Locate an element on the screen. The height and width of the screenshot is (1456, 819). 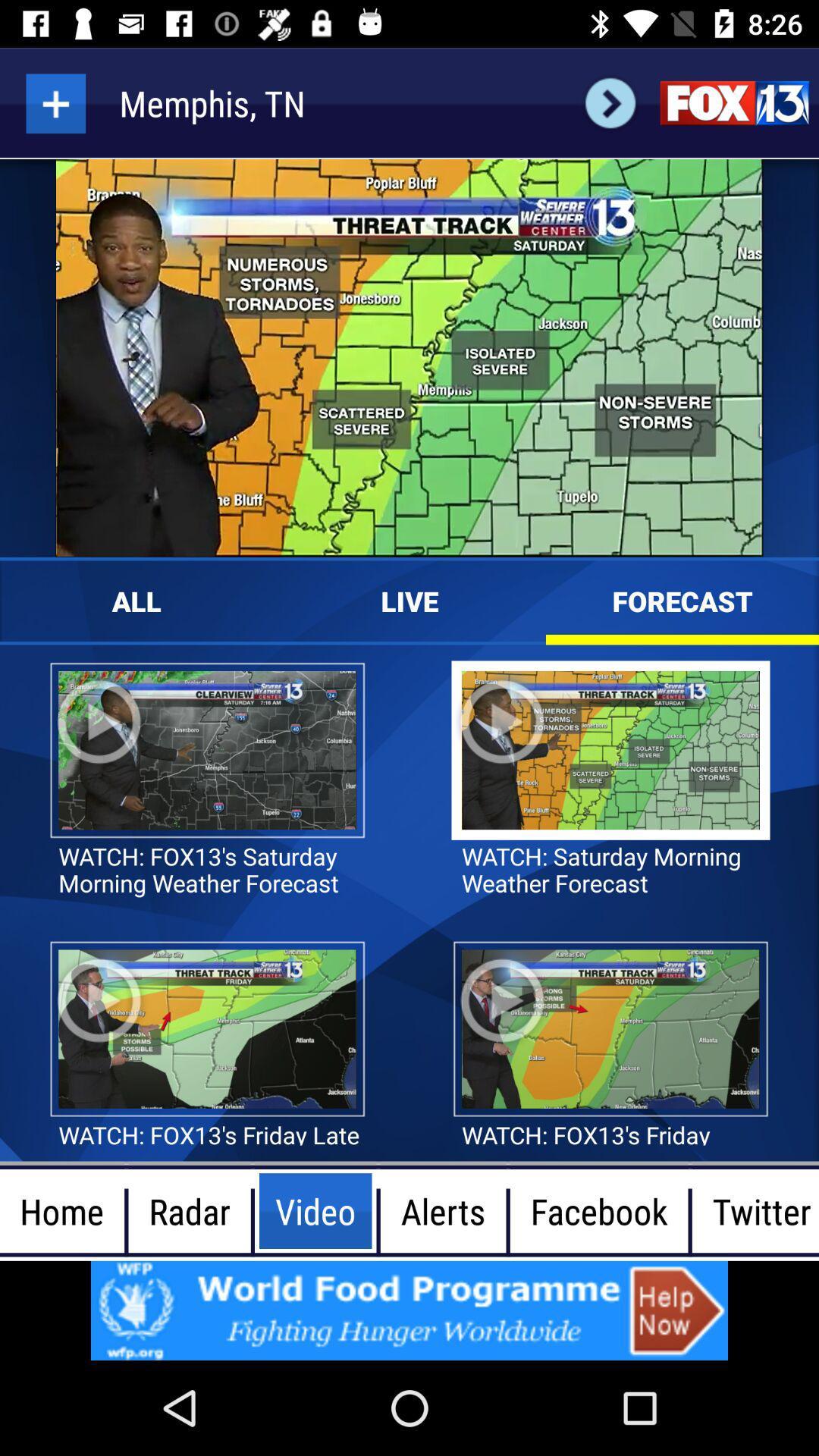
the second option in menu bar is located at coordinates (189, 1210).